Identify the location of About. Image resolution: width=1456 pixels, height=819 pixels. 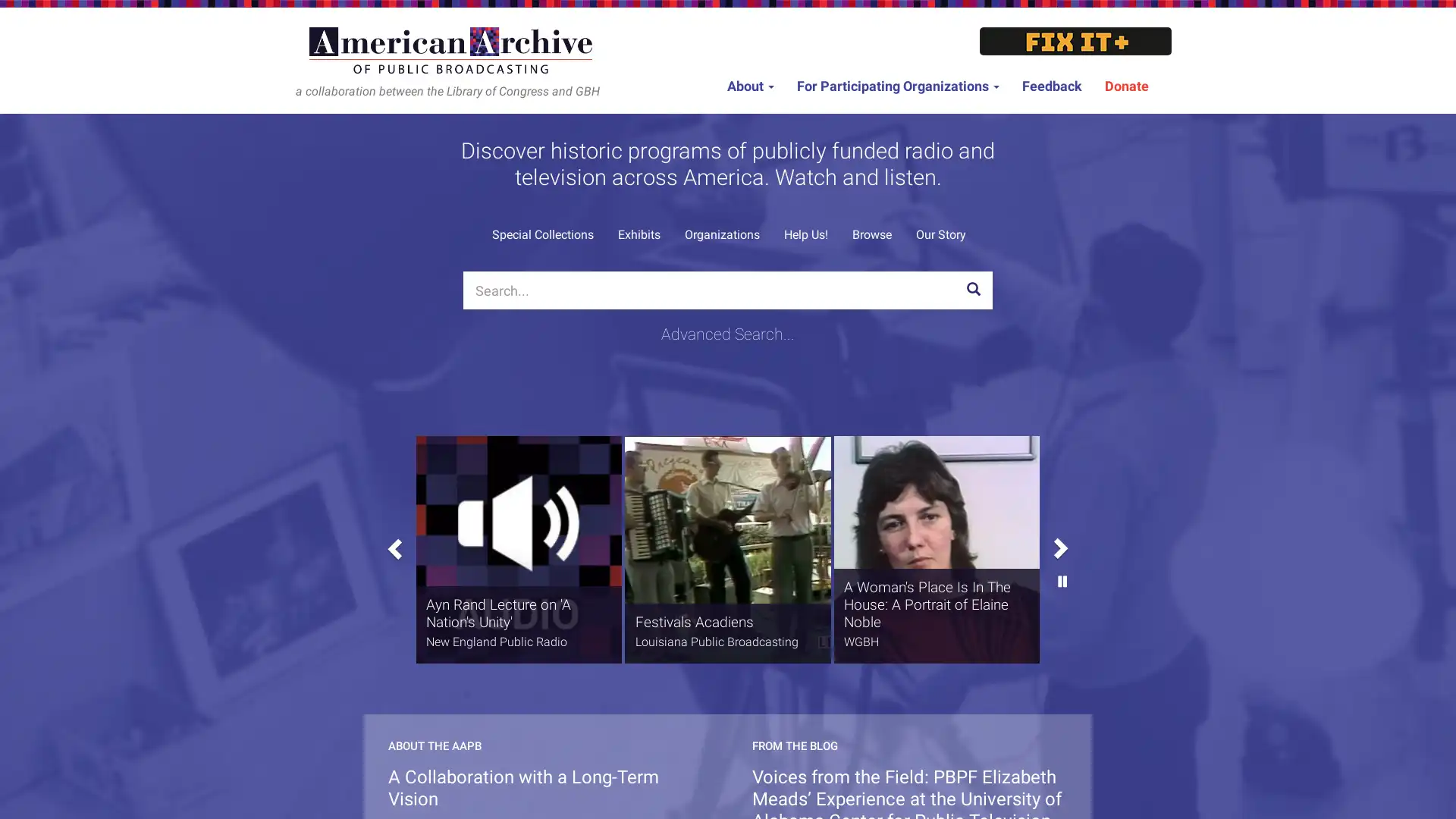
(750, 86).